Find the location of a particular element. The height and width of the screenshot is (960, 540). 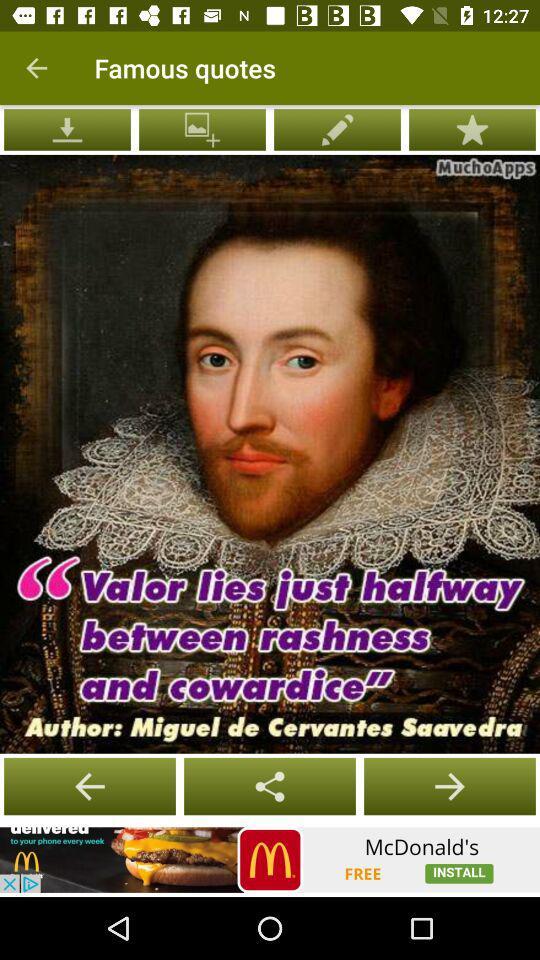

connect to site is located at coordinates (270, 859).